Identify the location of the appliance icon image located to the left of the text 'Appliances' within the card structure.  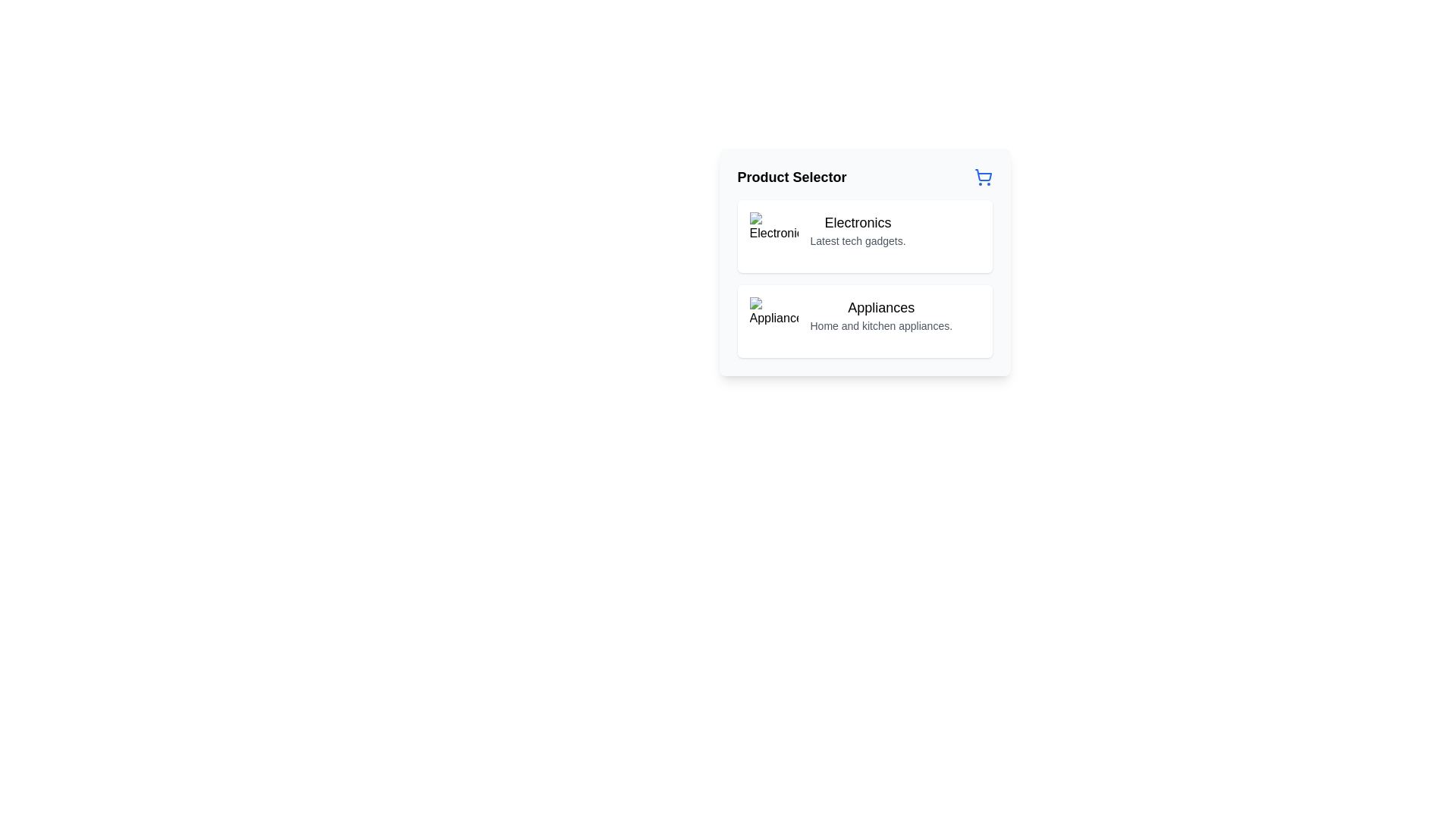
(773, 321).